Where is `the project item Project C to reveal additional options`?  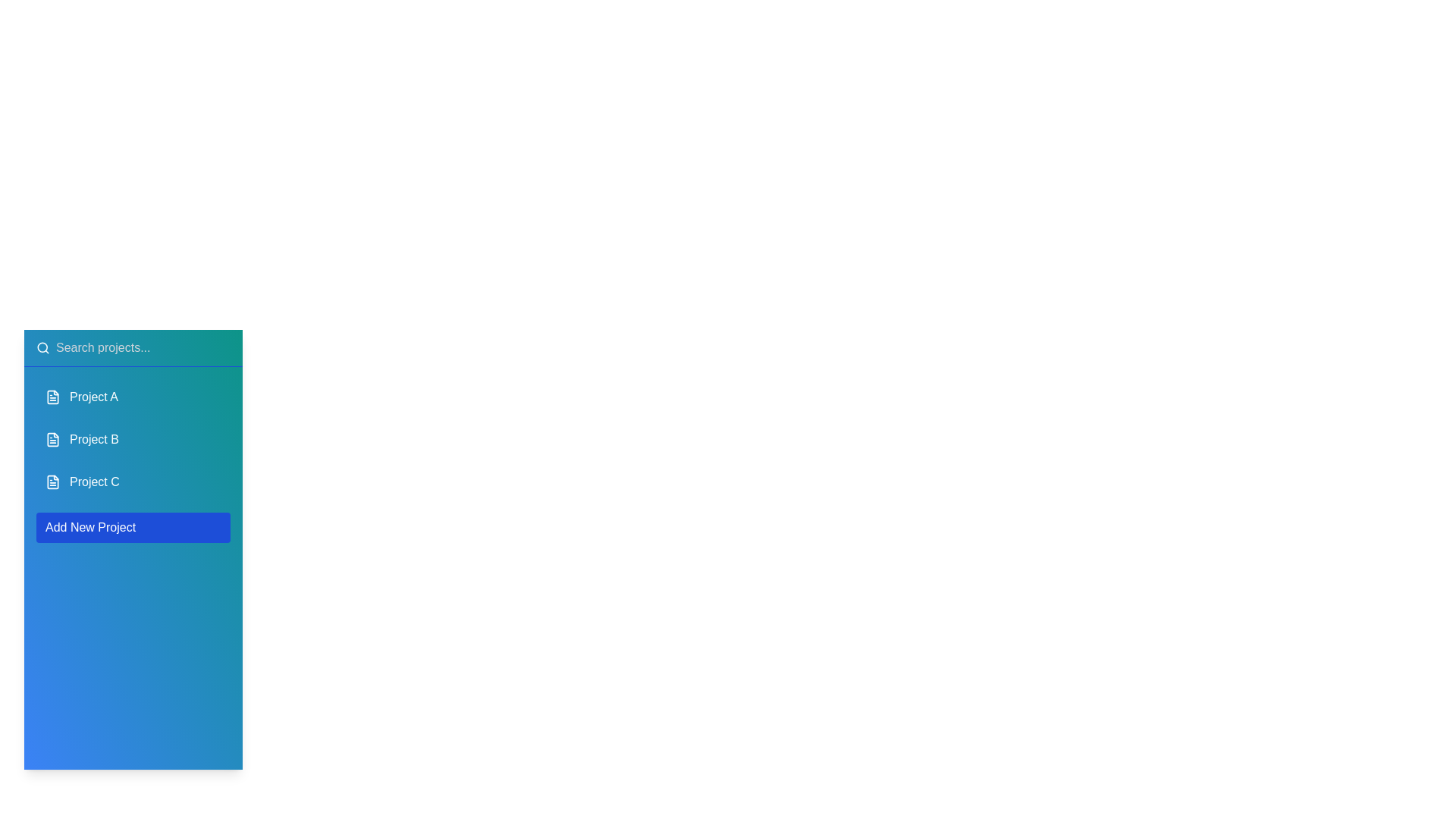 the project item Project C to reveal additional options is located at coordinates (133, 482).